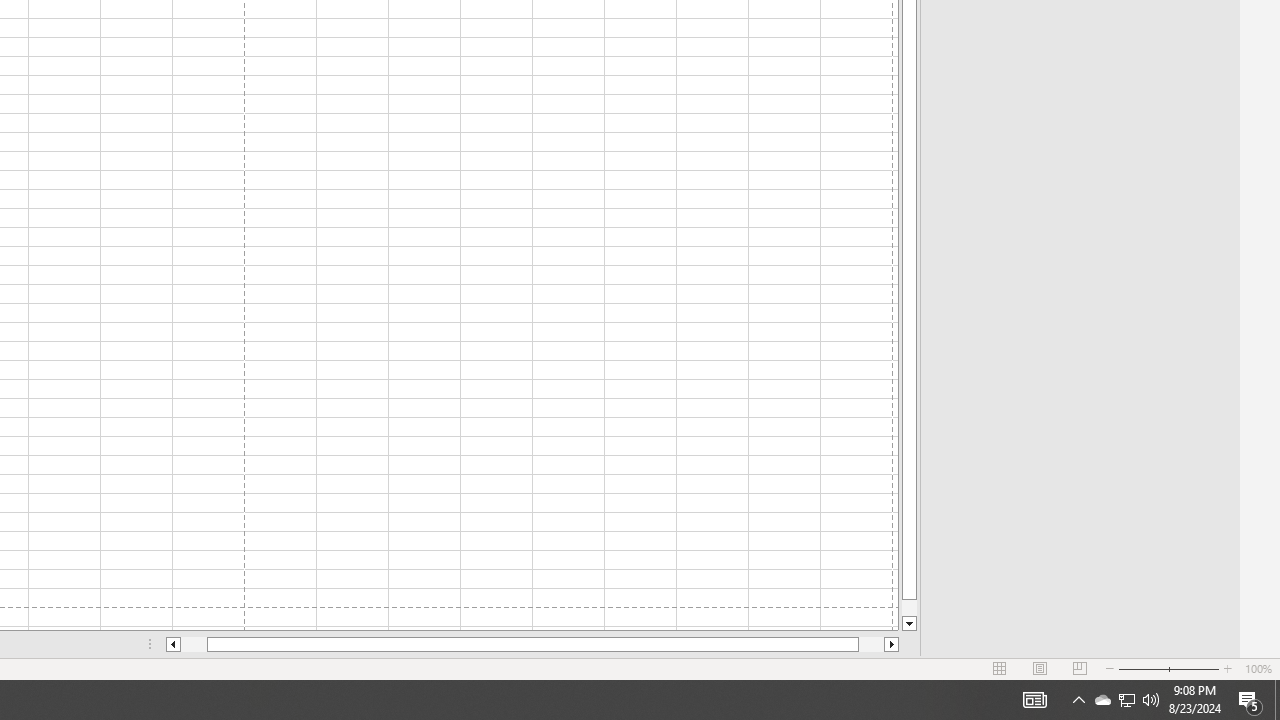 Image resolution: width=1280 pixels, height=720 pixels. I want to click on 'Line down', so click(908, 623).